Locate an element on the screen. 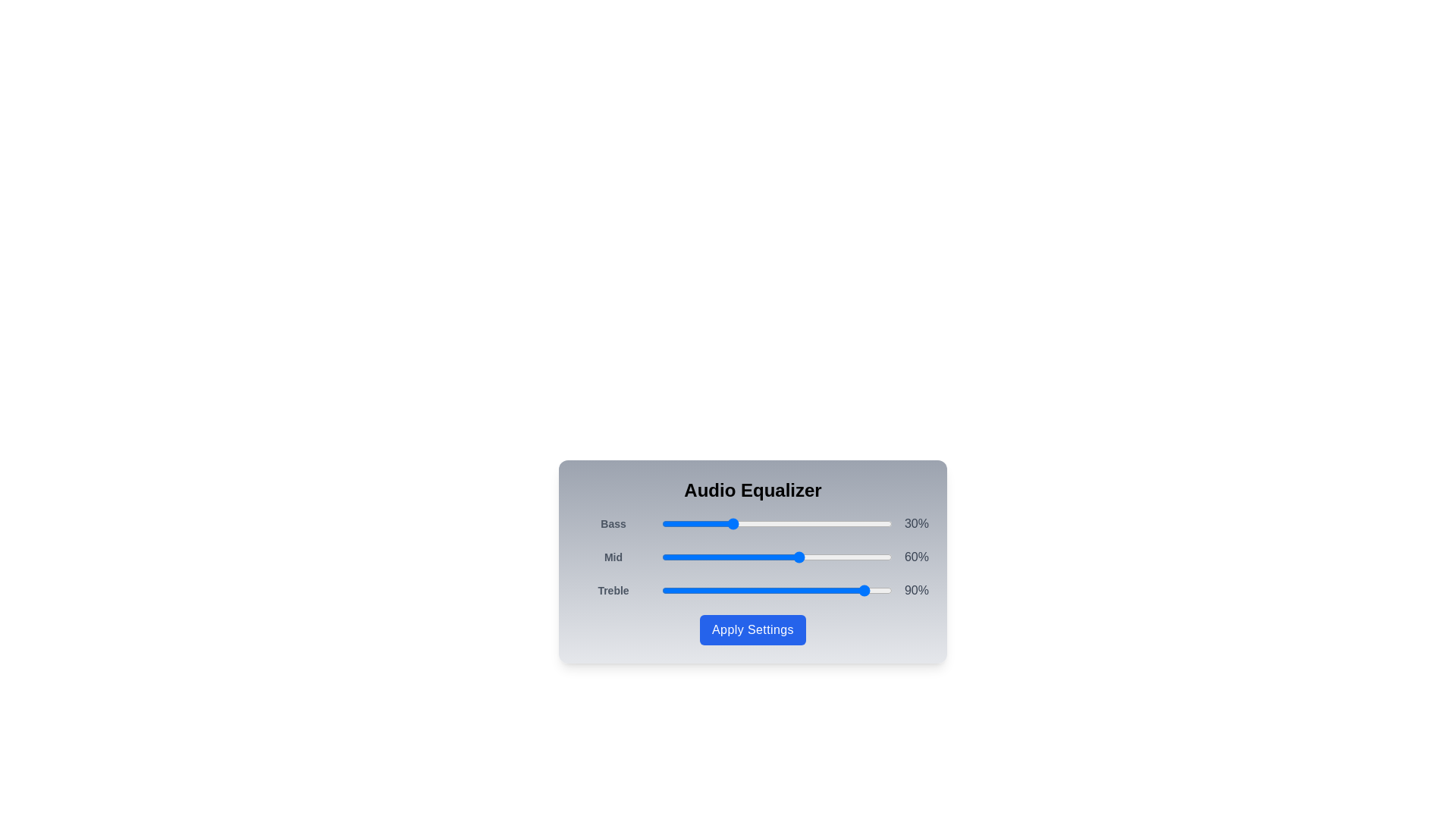  the 1 slider to 61% is located at coordinates (802, 557).